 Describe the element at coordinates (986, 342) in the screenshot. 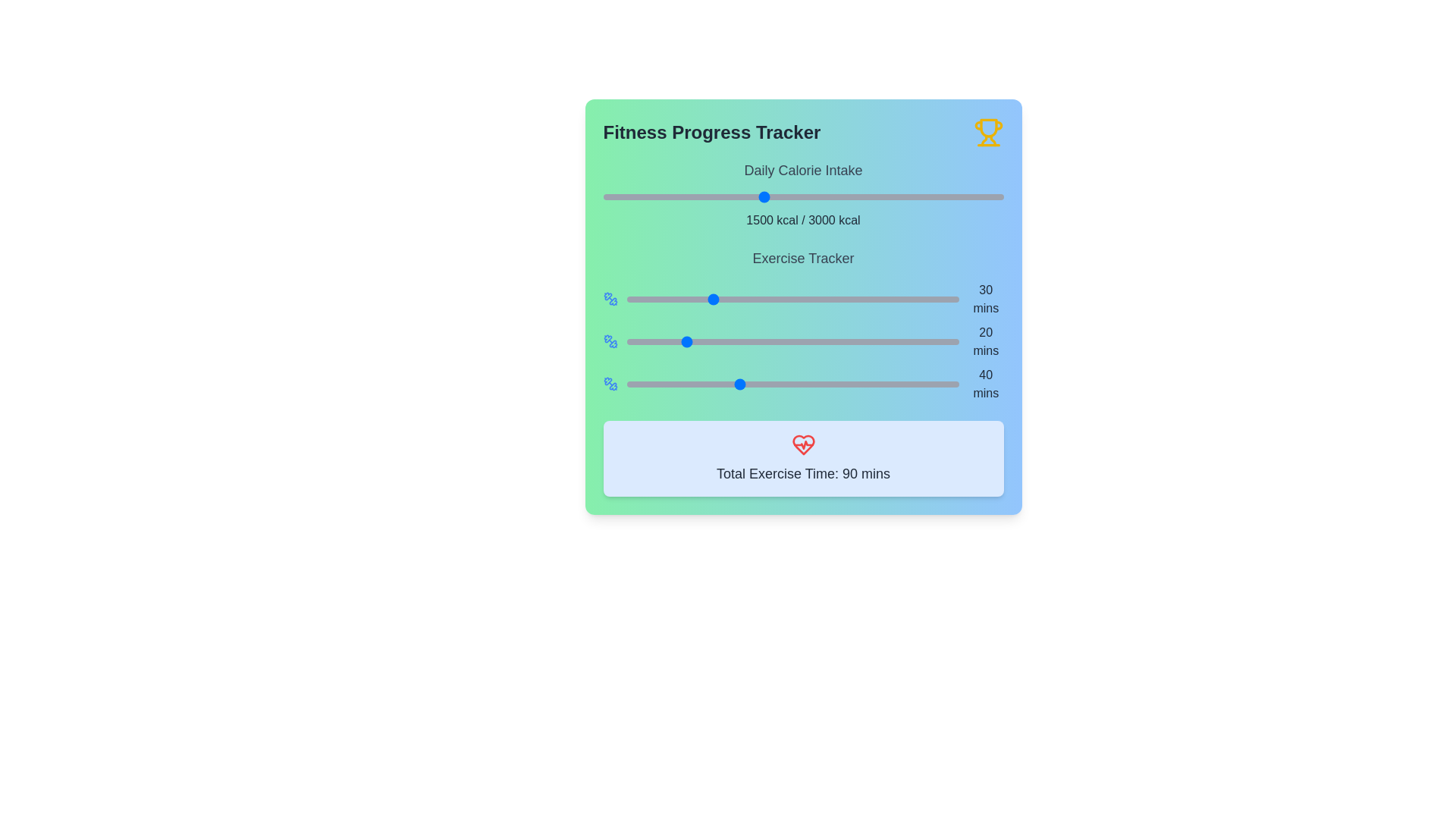

I see `the styled text label displaying '20 mins', which is positioned to the right of a horizontal slider under the 'Exercise Tracker' heading` at that location.